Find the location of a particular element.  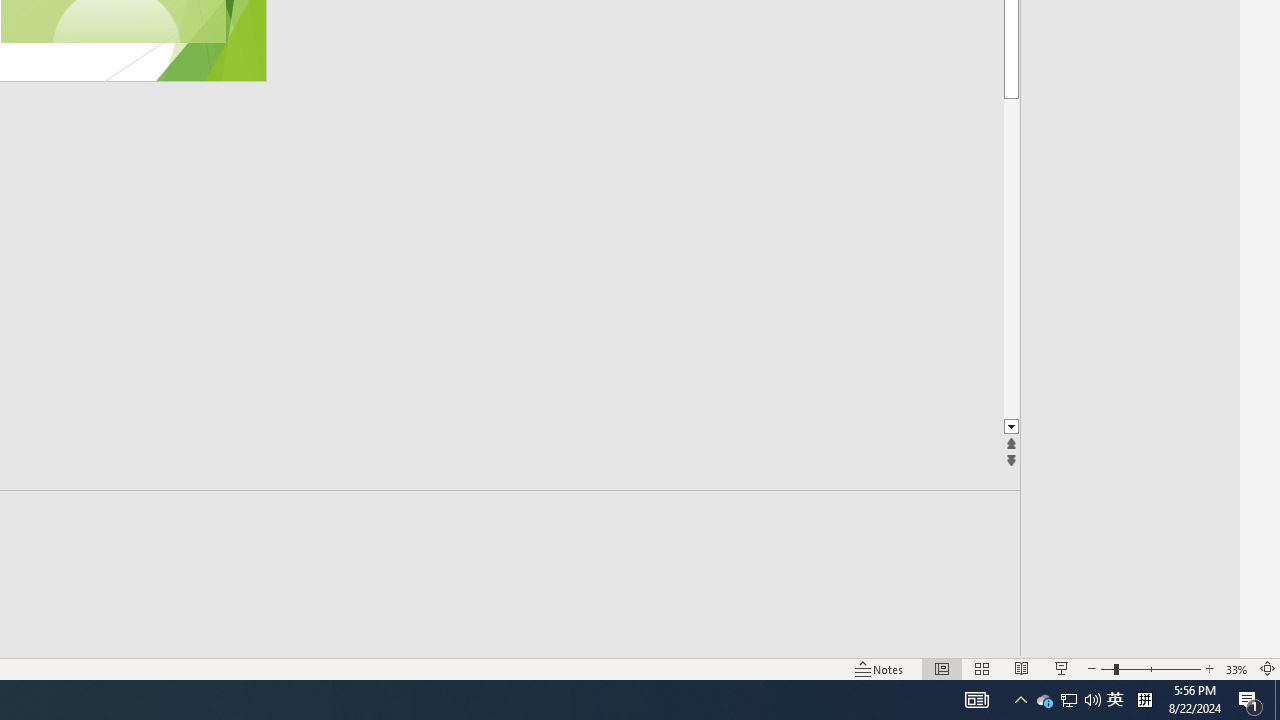

'Zoom' is located at coordinates (1150, 669).